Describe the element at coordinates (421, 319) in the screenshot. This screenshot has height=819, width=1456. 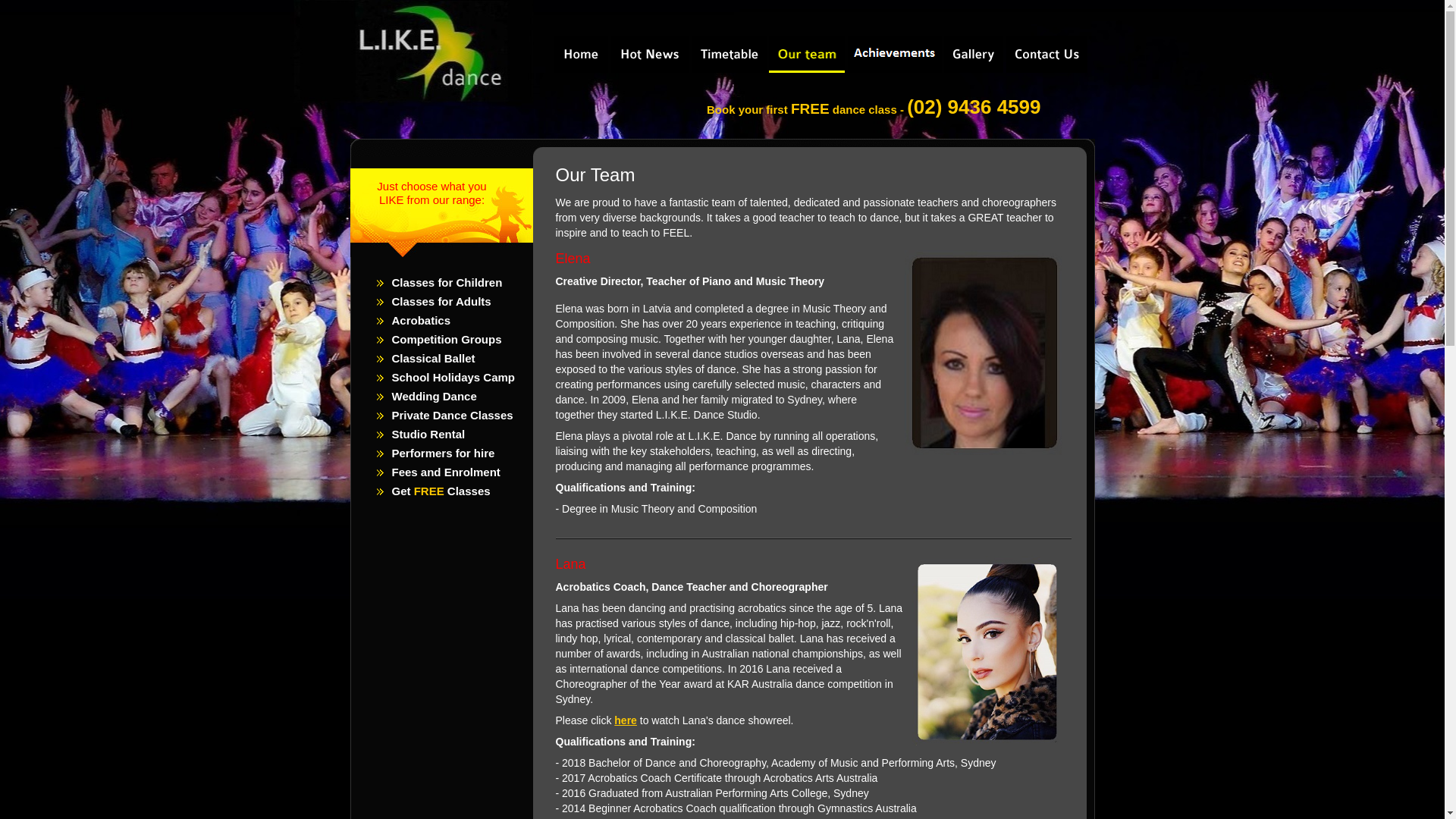
I see `'Acrobatics'` at that location.